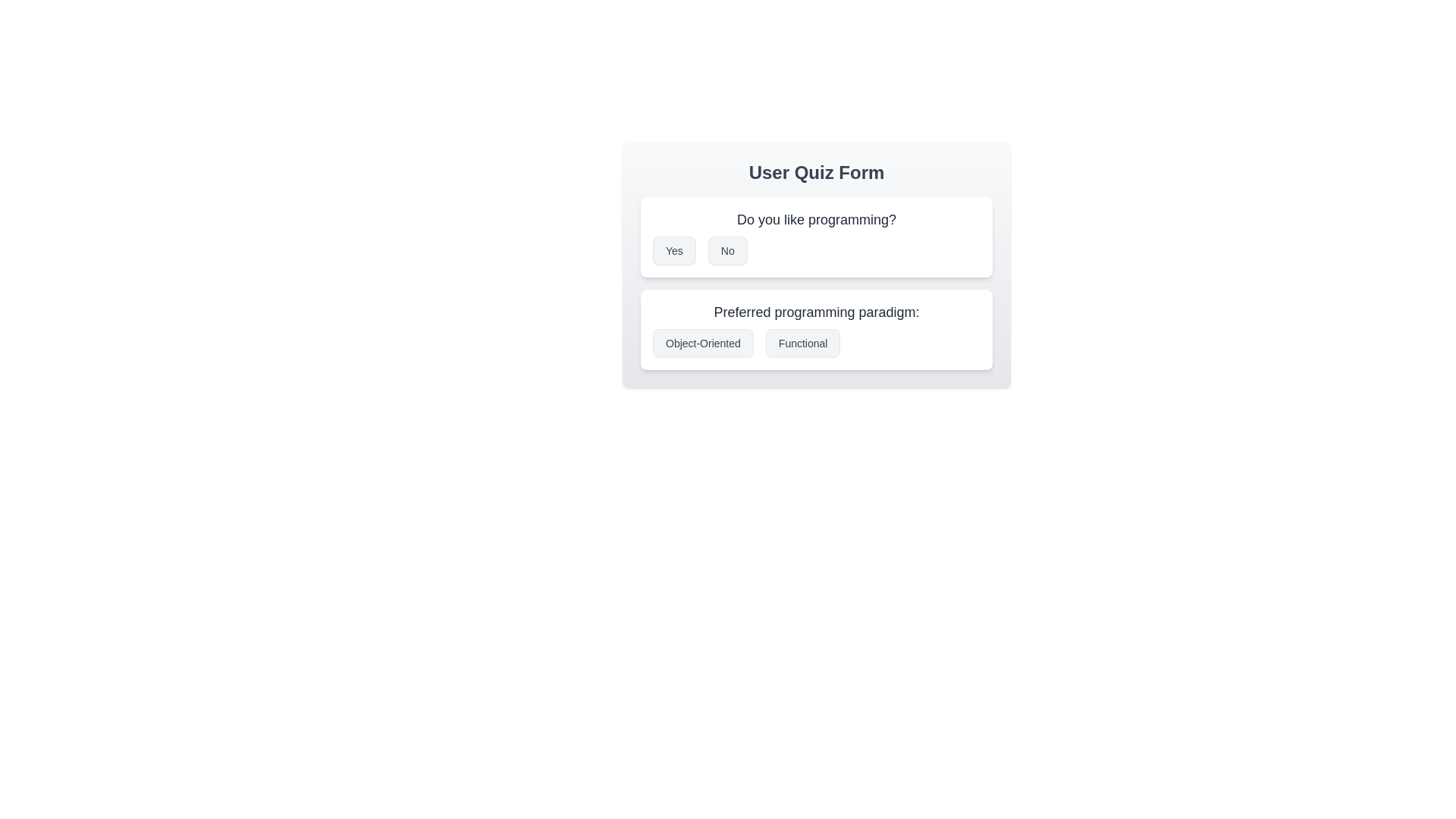  I want to click on the 'Object-Oriented' button, so click(702, 343).